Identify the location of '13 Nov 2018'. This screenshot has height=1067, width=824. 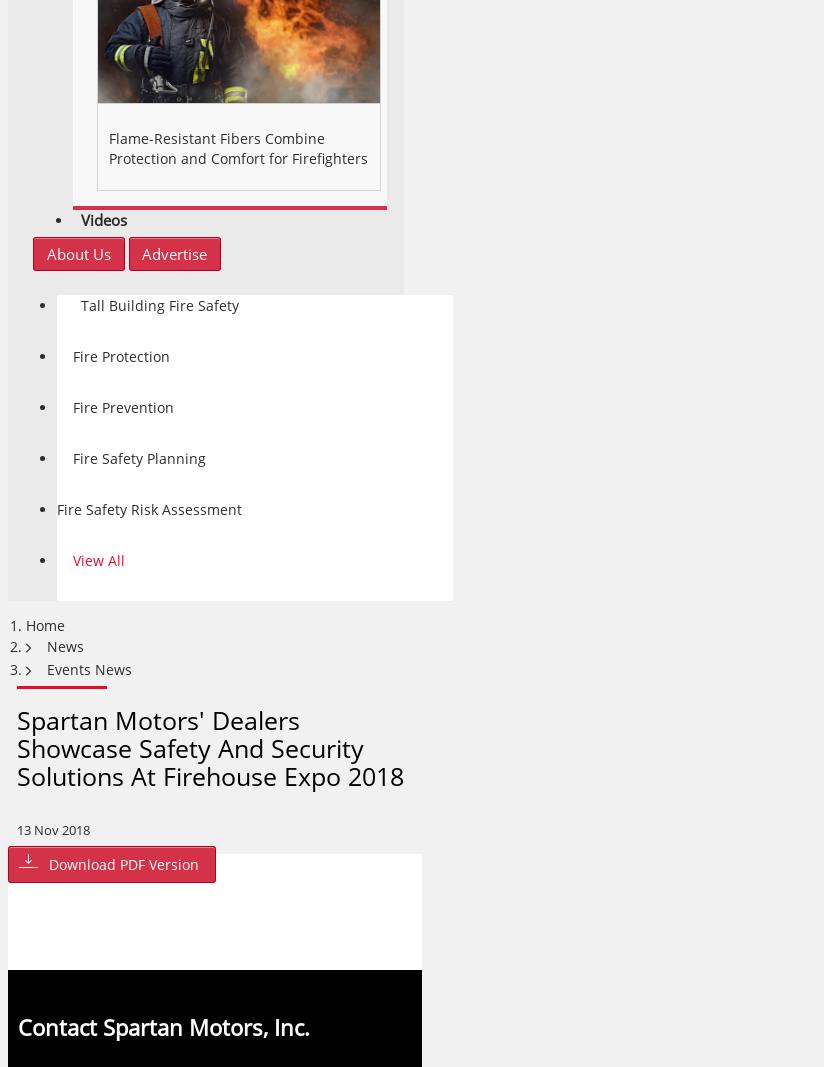
(53, 829).